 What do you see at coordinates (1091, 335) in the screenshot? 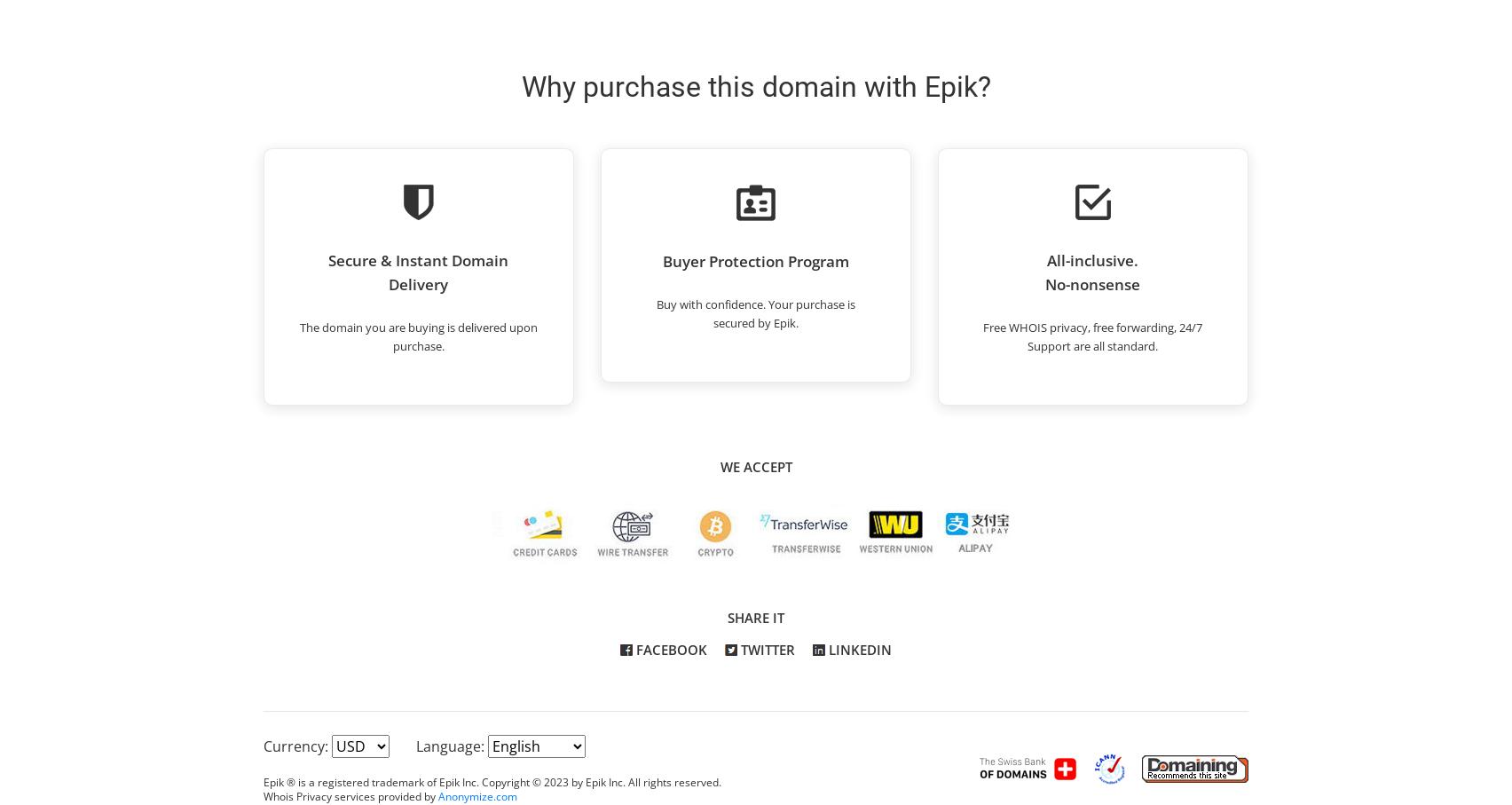
I see `'Free WHOIS privacy, free forwarding, 24/7 Support are all standard.'` at bounding box center [1091, 335].